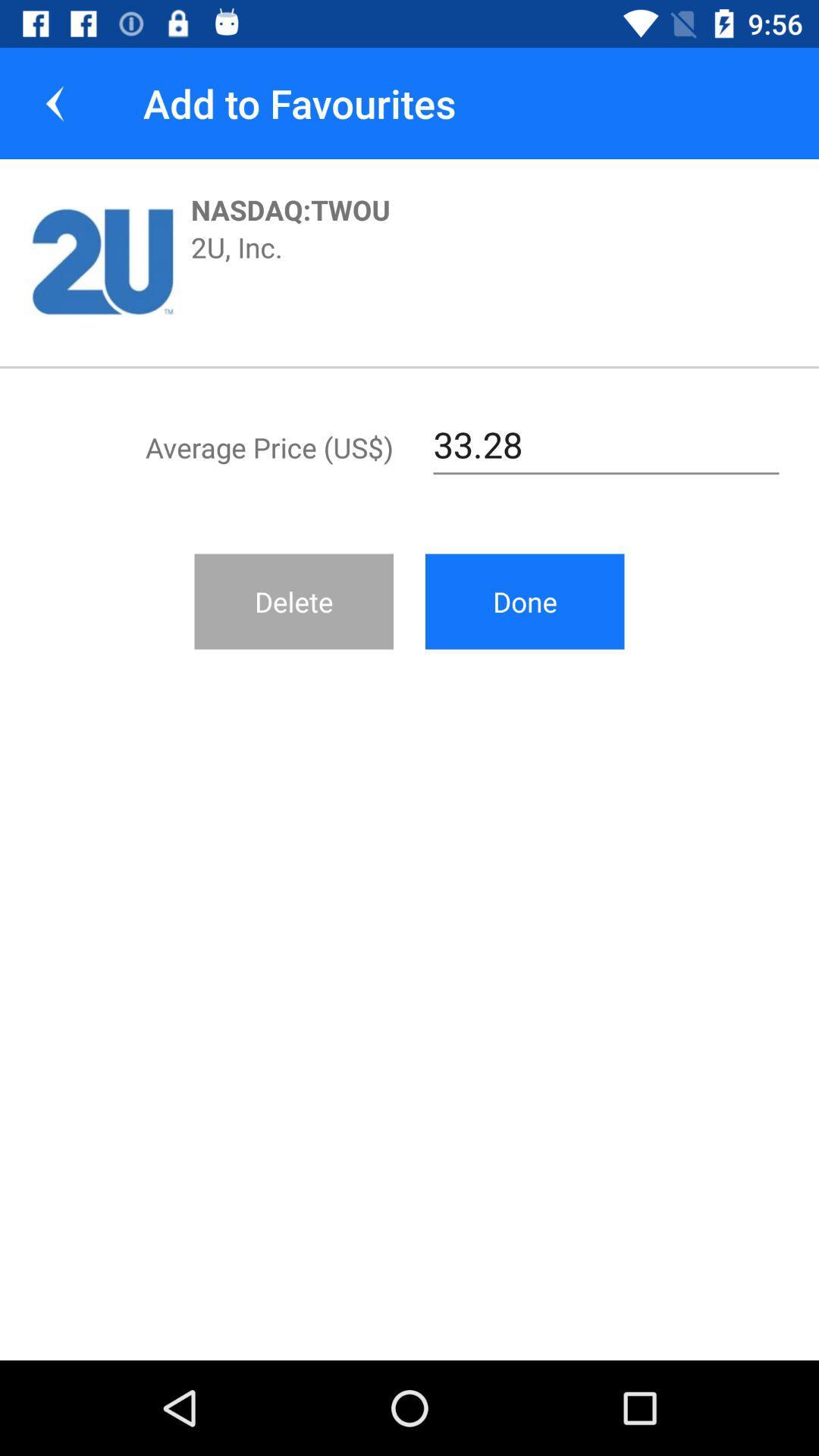 Image resolution: width=819 pixels, height=1456 pixels. I want to click on the icon next to the delete, so click(524, 601).